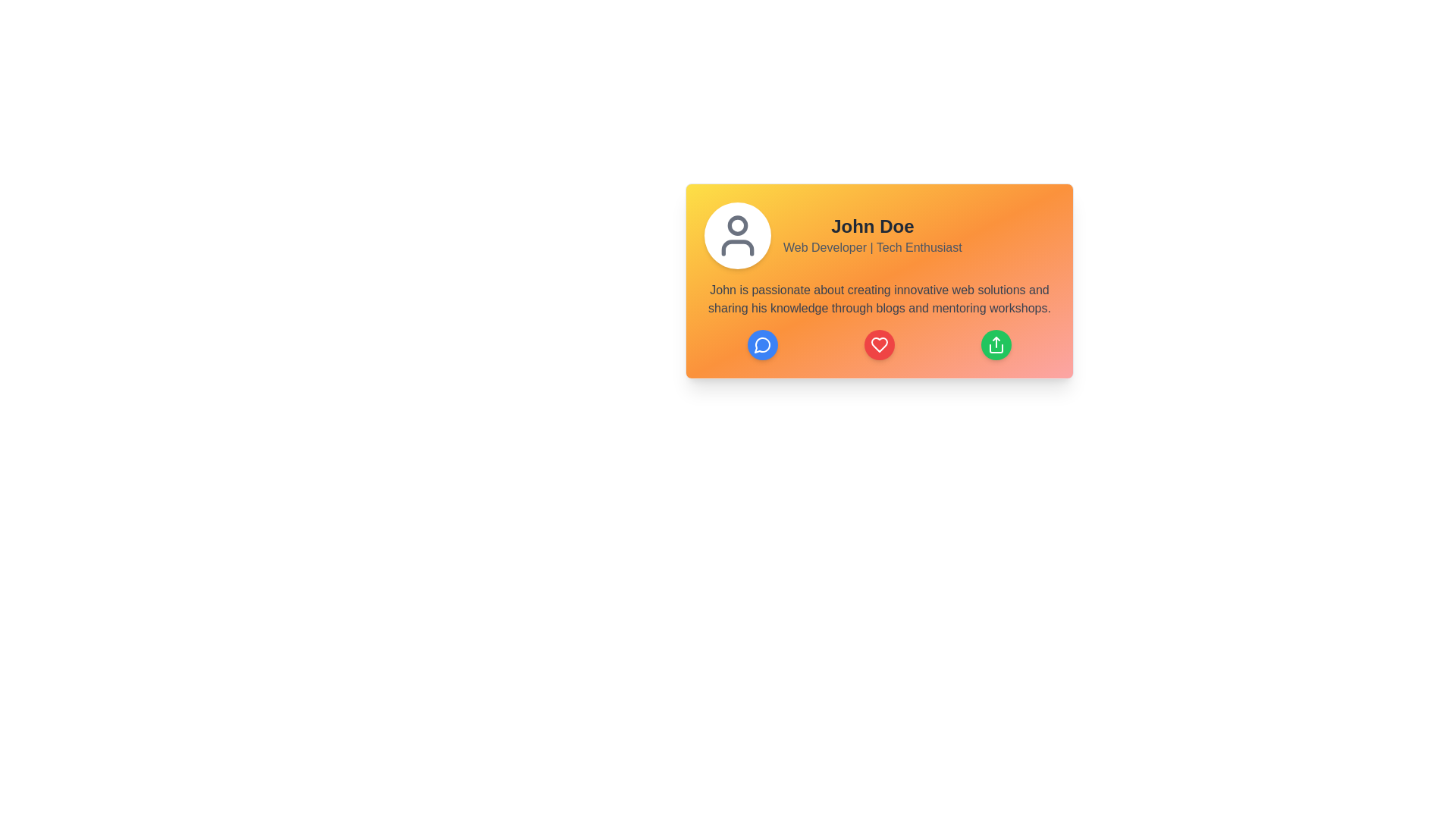 This screenshot has width=1456, height=819. What do you see at coordinates (872, 227) in the screenshot?
I see `the text label displaying 'John Doe' in bold font, which is positioned at the top-left of the card interface, right-aligned to a person icon` at bounding box center [872, 227].